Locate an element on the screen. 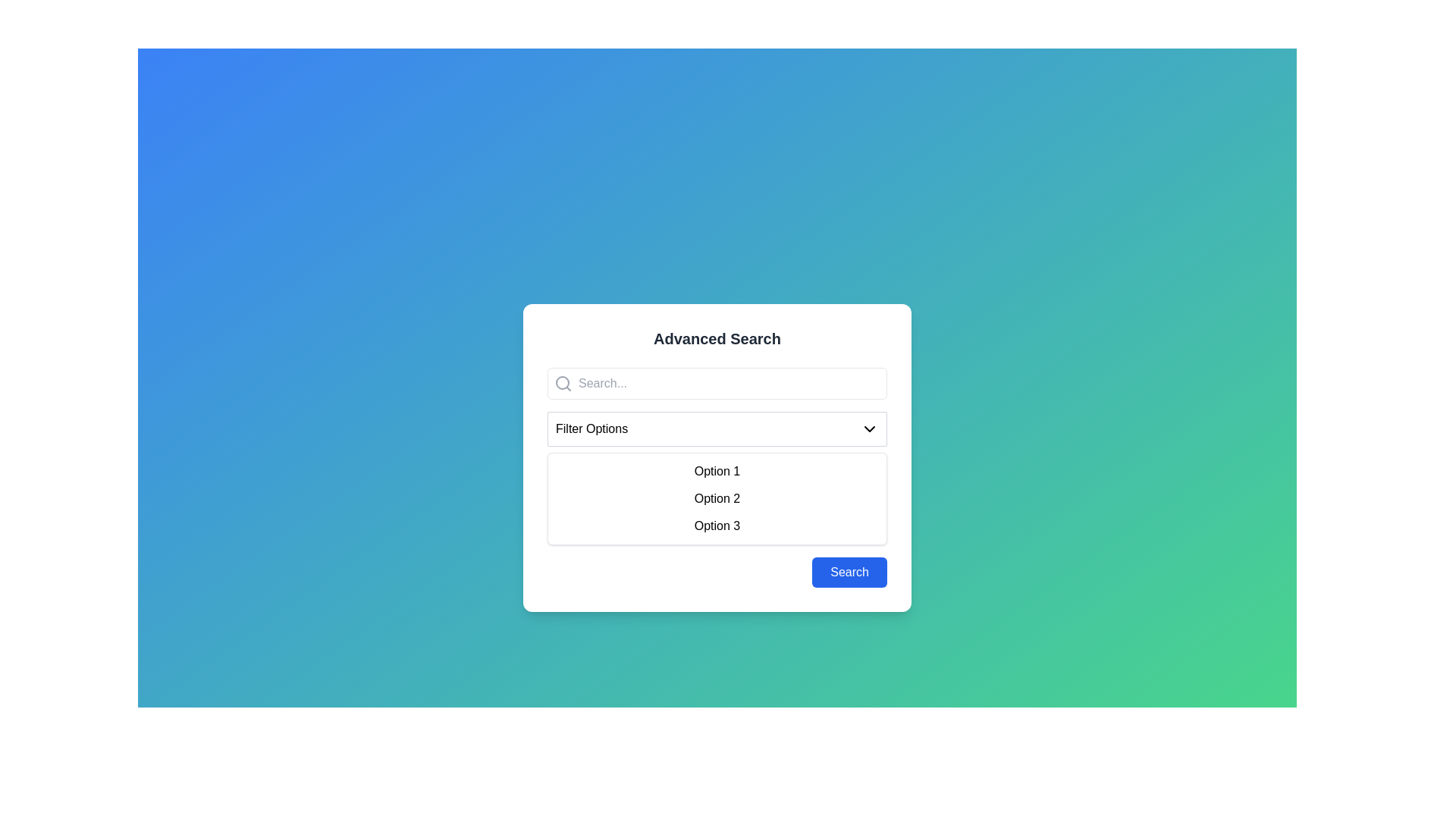 The height and width of the screenshot is (819, 1456). the 'Option 1' in the dropdown menu located beneath the 'Filter Options' dropdown and above the blue 'Search' button is located at coordinates (716, 457).